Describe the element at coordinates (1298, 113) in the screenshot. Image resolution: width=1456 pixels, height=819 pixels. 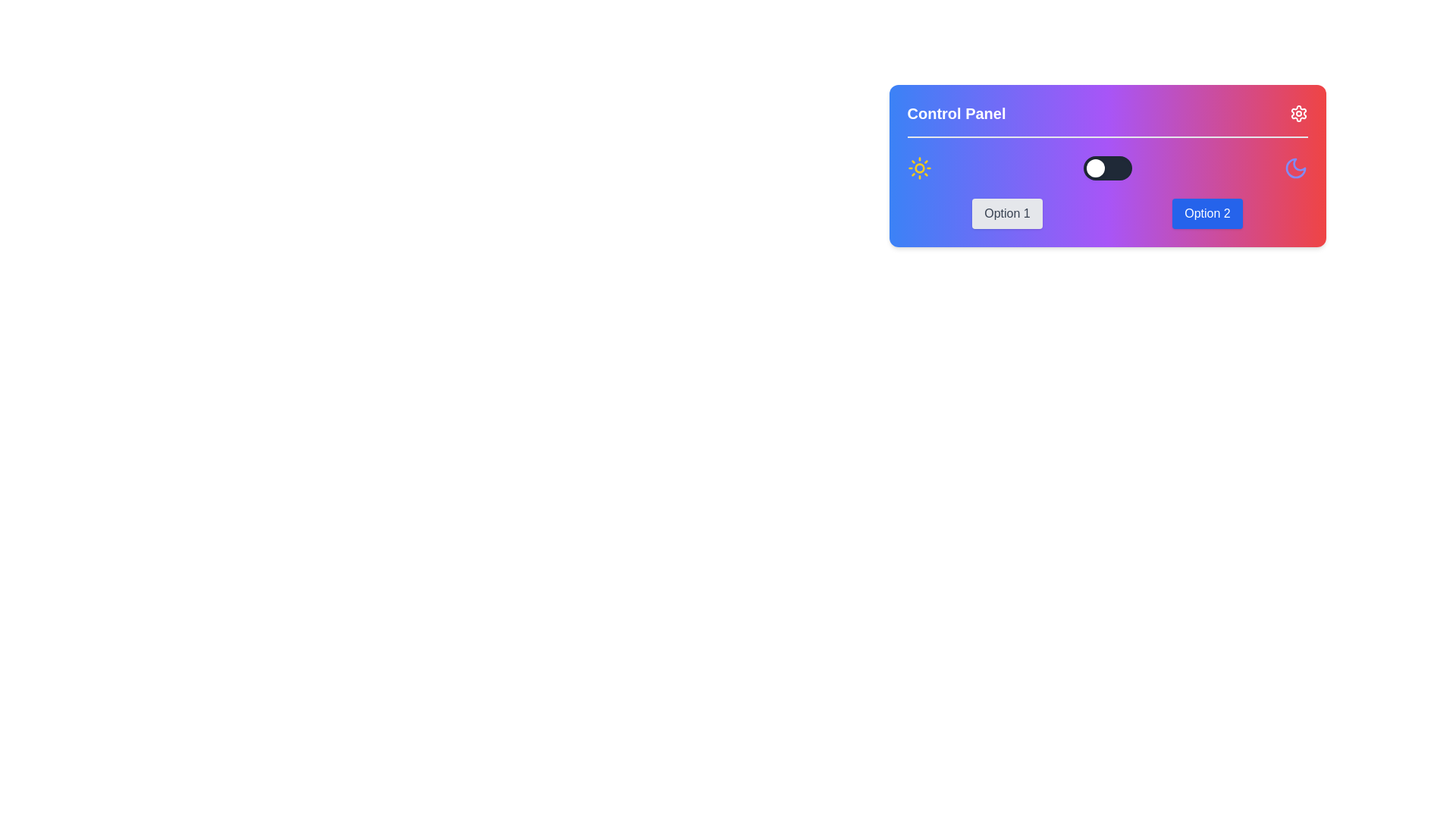
I see `the settings icon located at the far-right end of the 'Control Panel' top bar` at that location.